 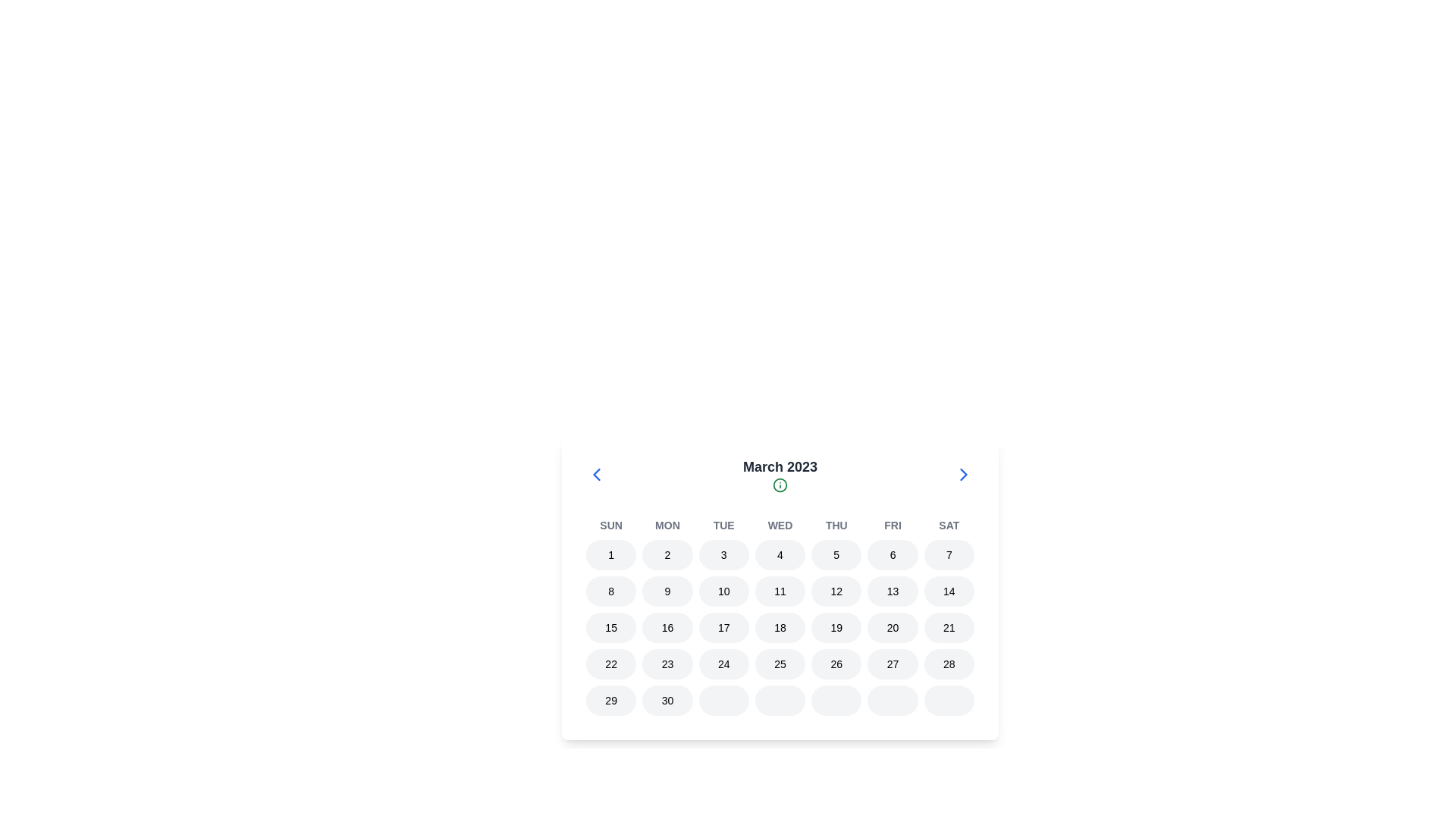 What do you see at coordinates (780, 590) in the screenshot?
I see `the circular calendar day button displaying '11'` at bounding box center [780, 590].